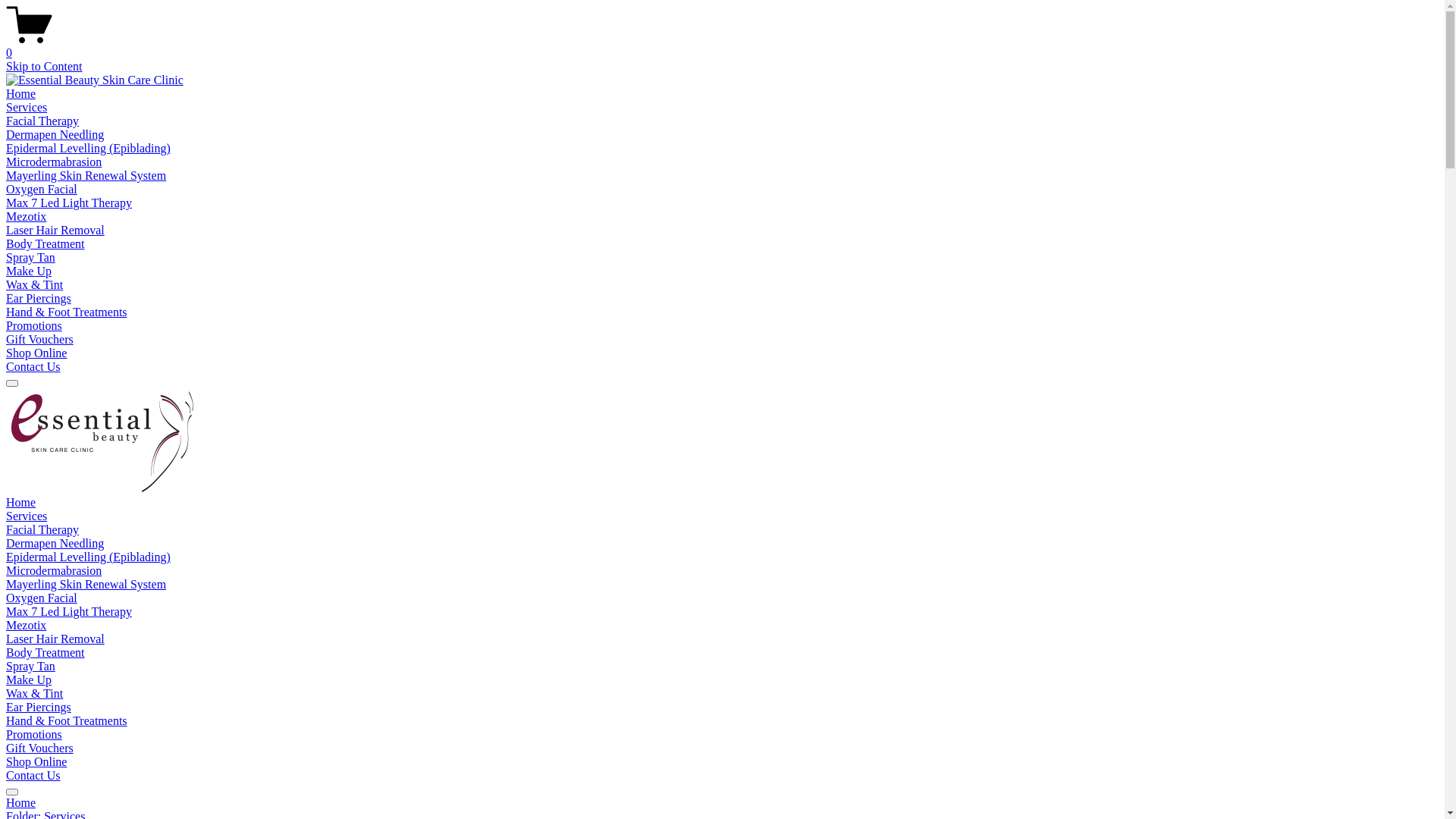  I want to click on '0', so click(721, 45).